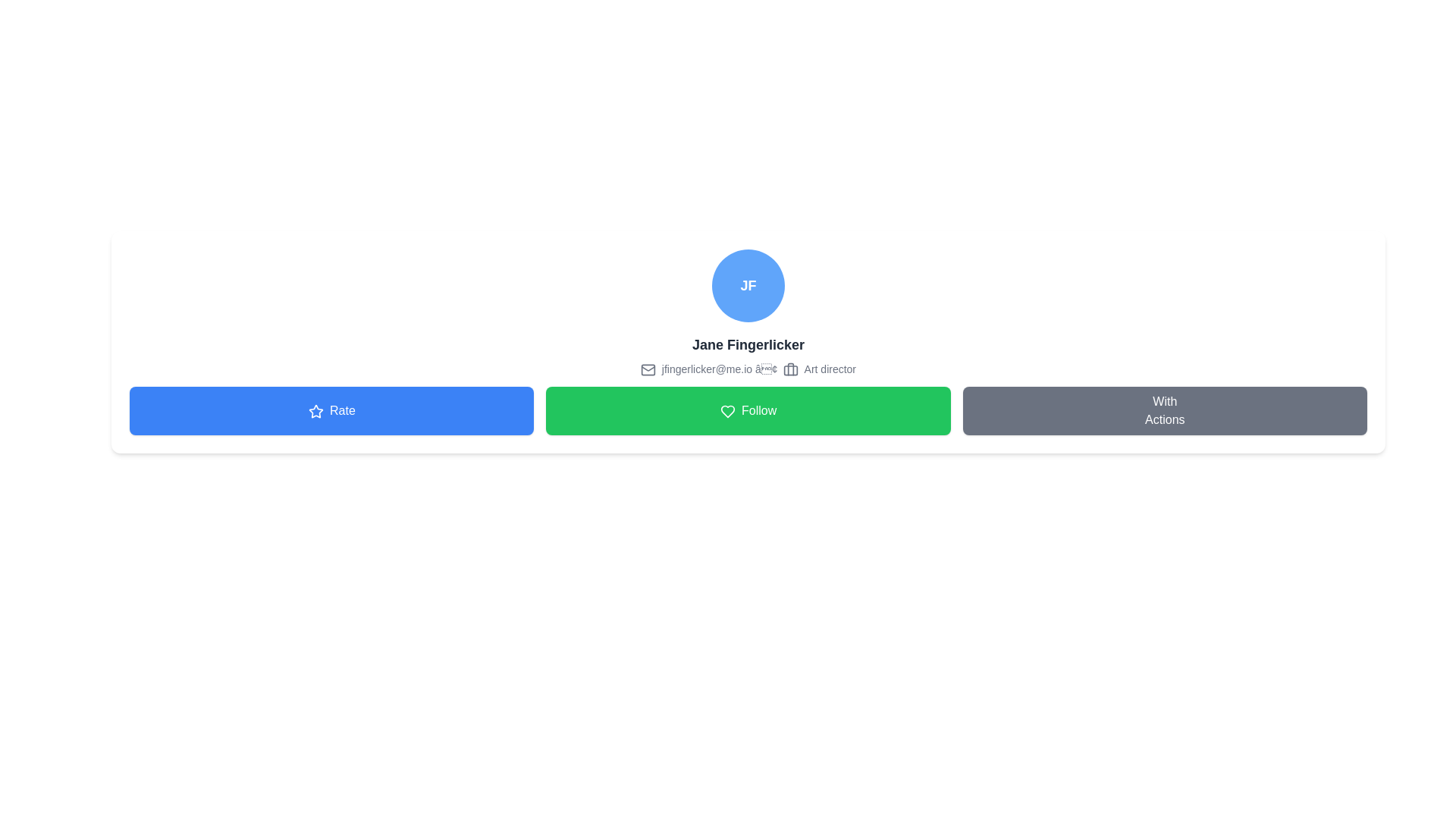  I want to click on the SVG Rectangle representing the body of the email icon, which is located centrally below the email address text field and the user's name, so click(648, 370).